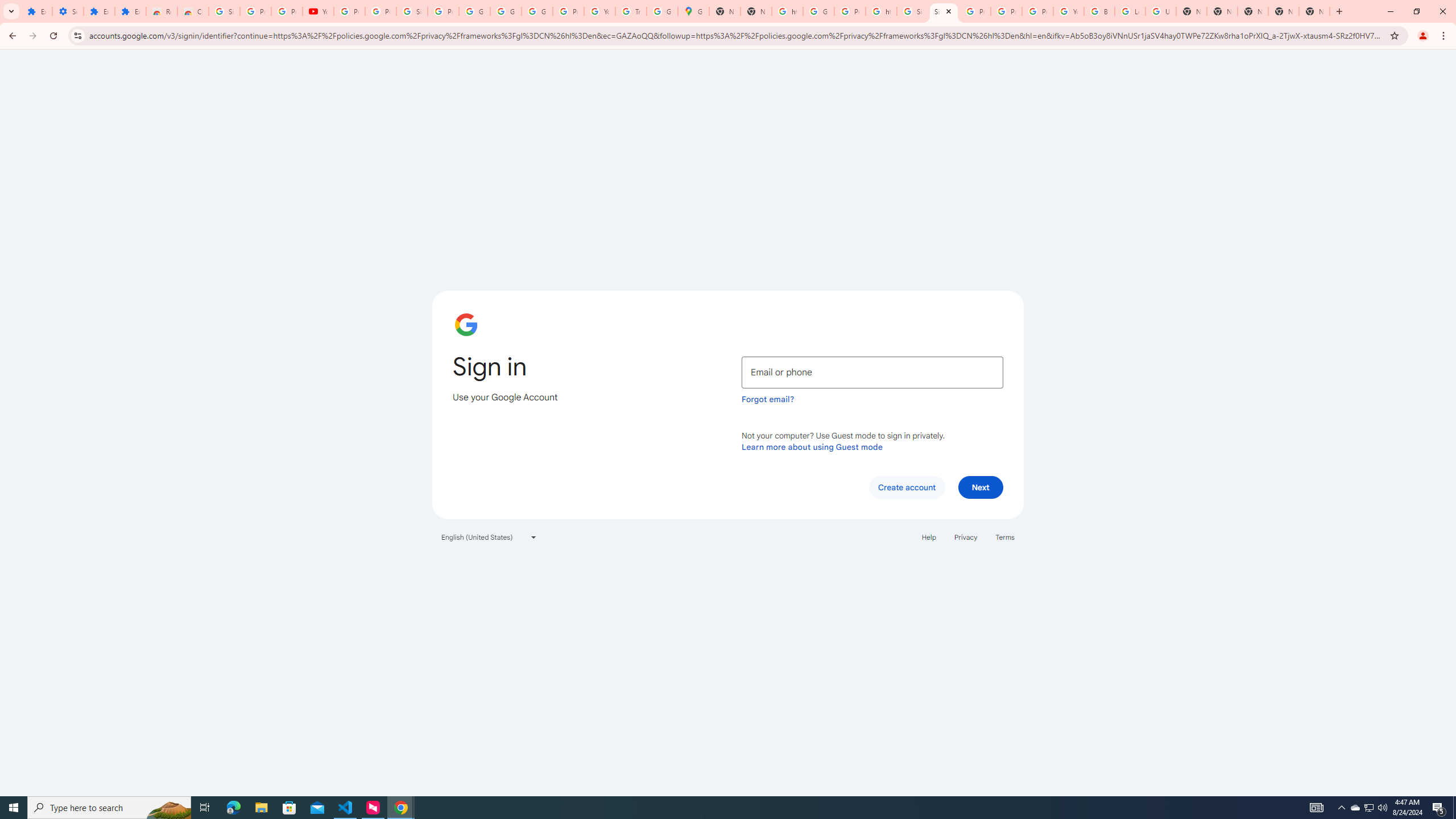 Image resolution: width=1456 pixels, height=819 pixels. Describe the element at coordinates (474, 11) in the screenshot. I see `'Google Account'` at that location.